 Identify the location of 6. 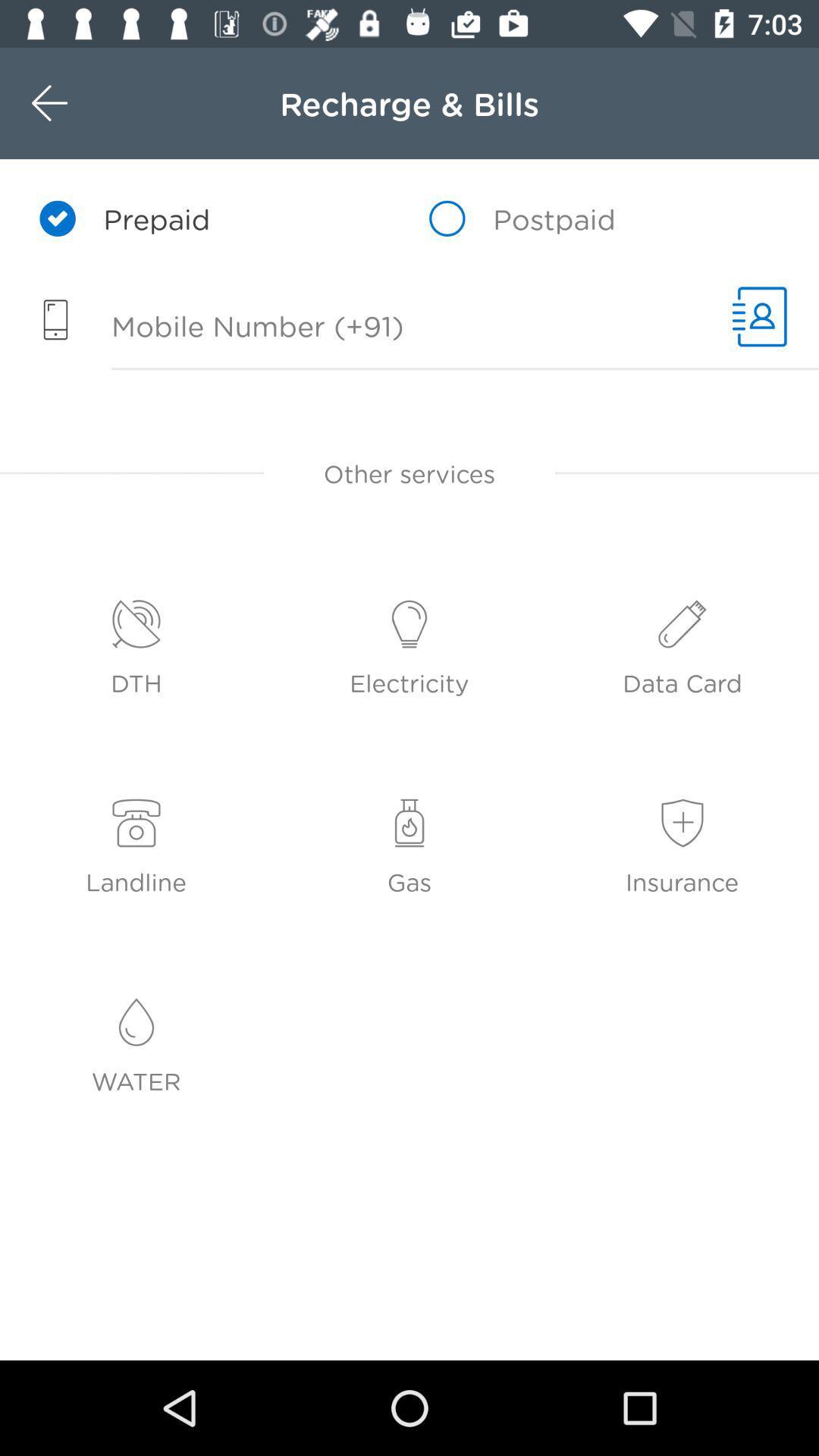
(760, 316).